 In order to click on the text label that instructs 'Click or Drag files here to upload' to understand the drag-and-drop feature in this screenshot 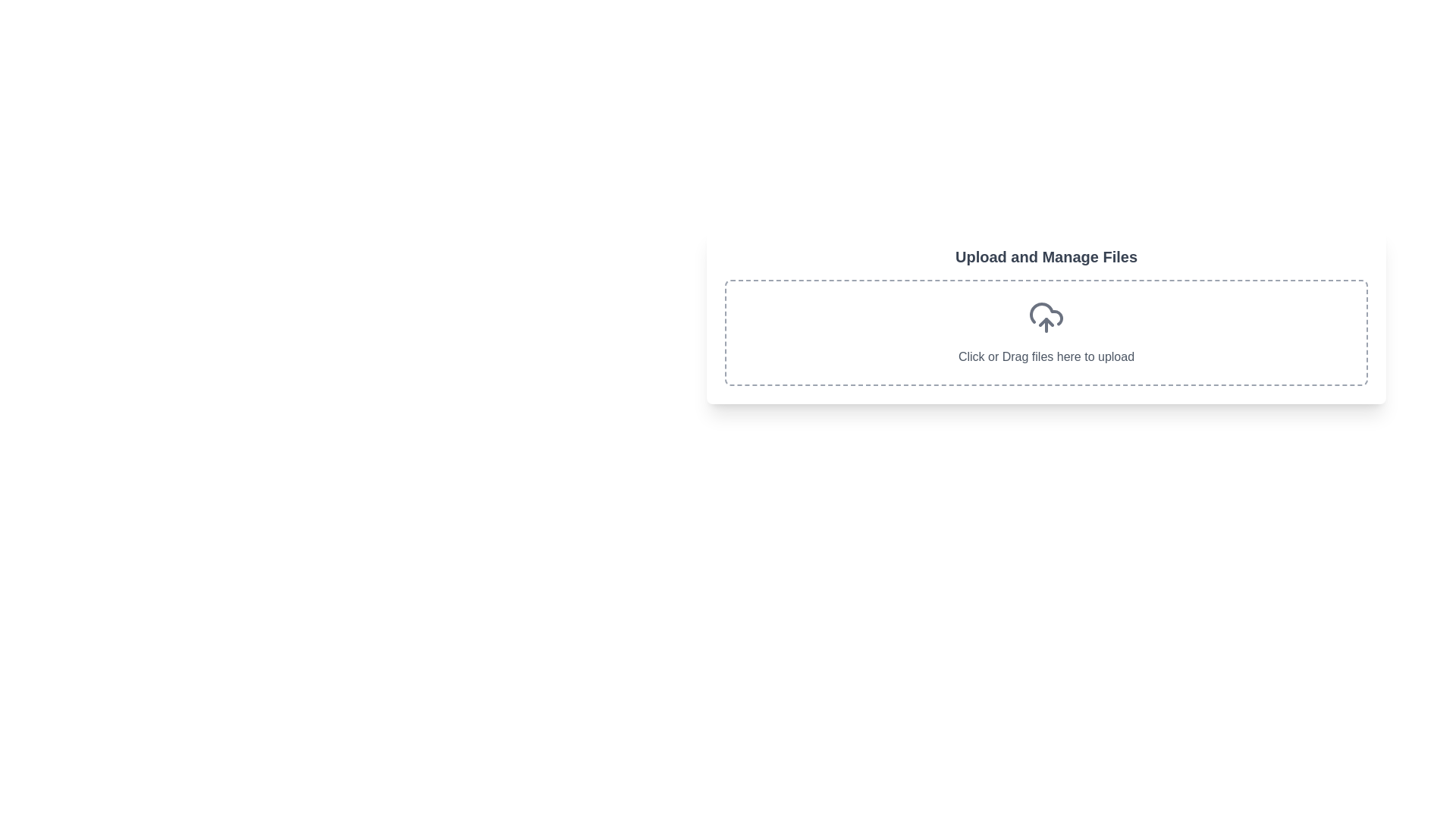, I will do `click(1046, 356)`.